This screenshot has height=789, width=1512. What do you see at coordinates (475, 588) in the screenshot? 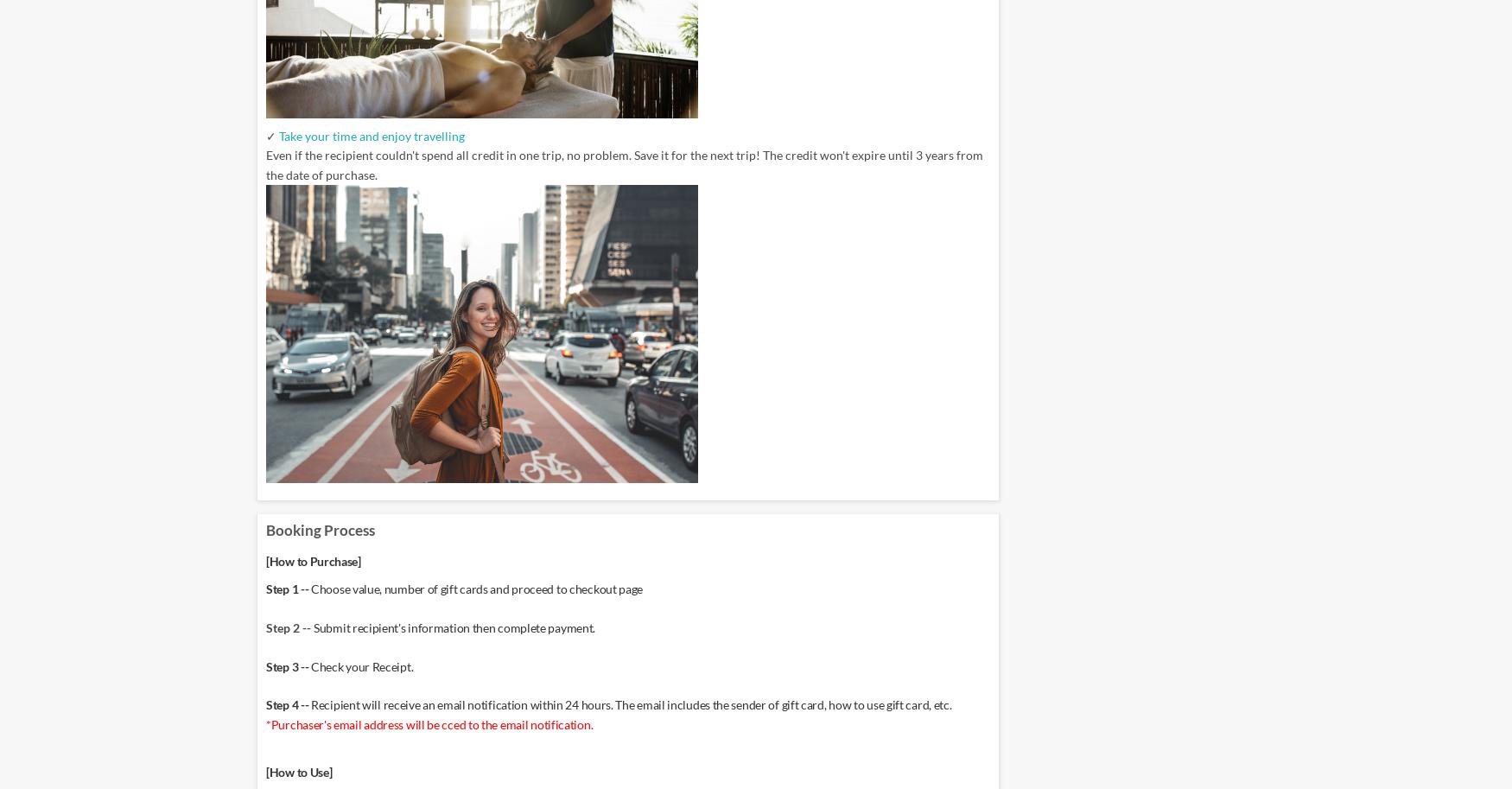
I see `'Choose value, number of gift cards and proceed to checkout page'` at bounding box center [475, 588].